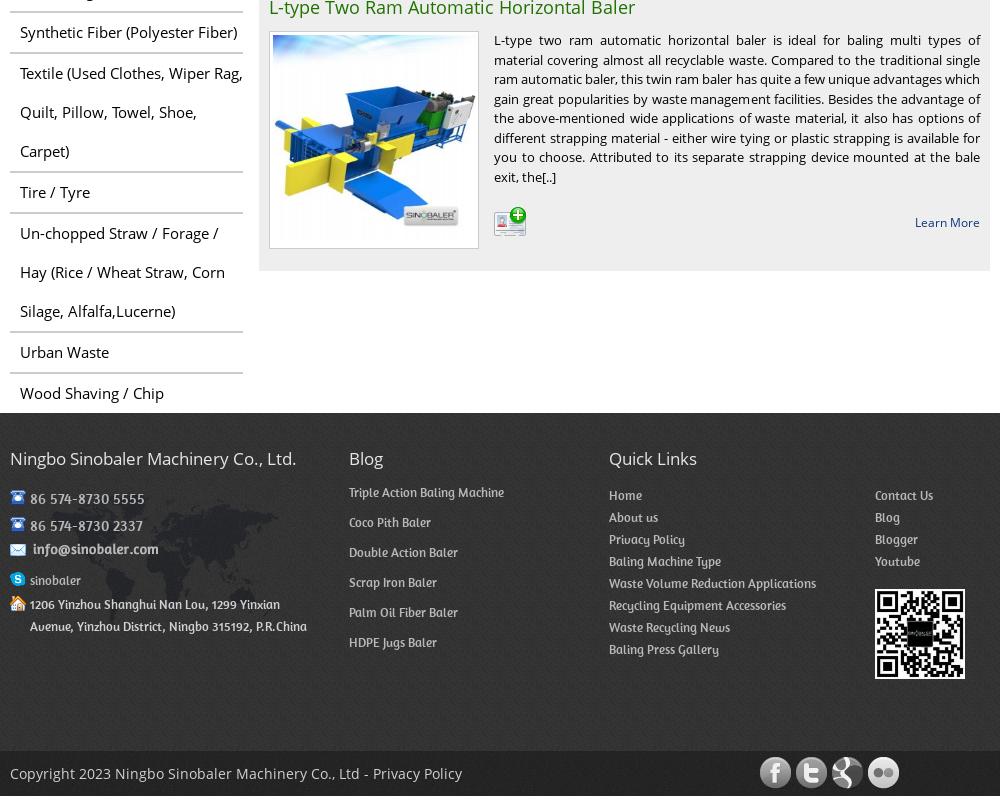  What do you see at coordinates (128, 32) in the screenshot?
I see `'Synthetic Fiber (Polyester Fiber)'` at bounding box center [128, 32].